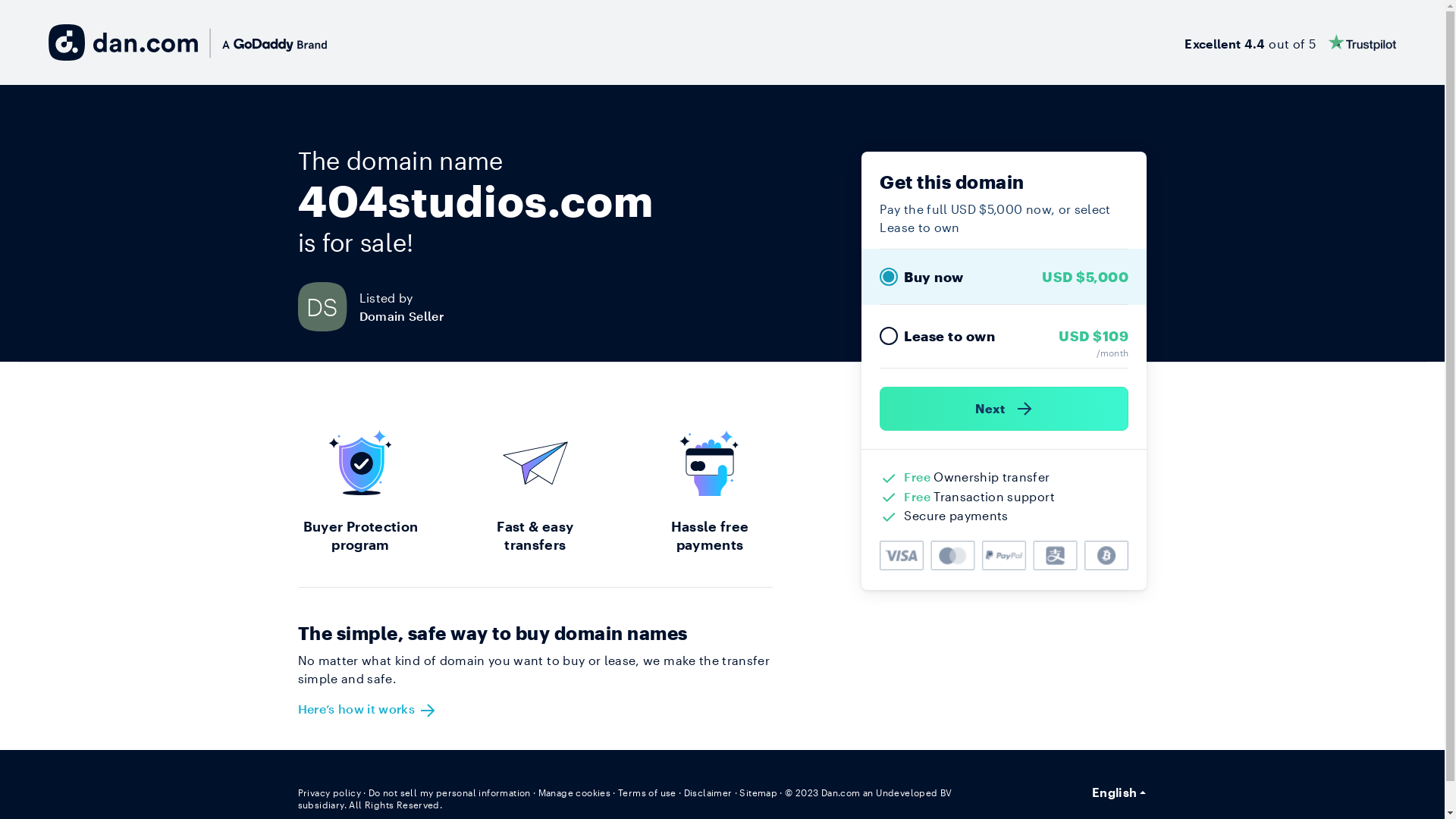 The height and width of the screenshot is (819, 1456). I want to click on 'Excellent 4.4 out of 5', so click(1289, 42).